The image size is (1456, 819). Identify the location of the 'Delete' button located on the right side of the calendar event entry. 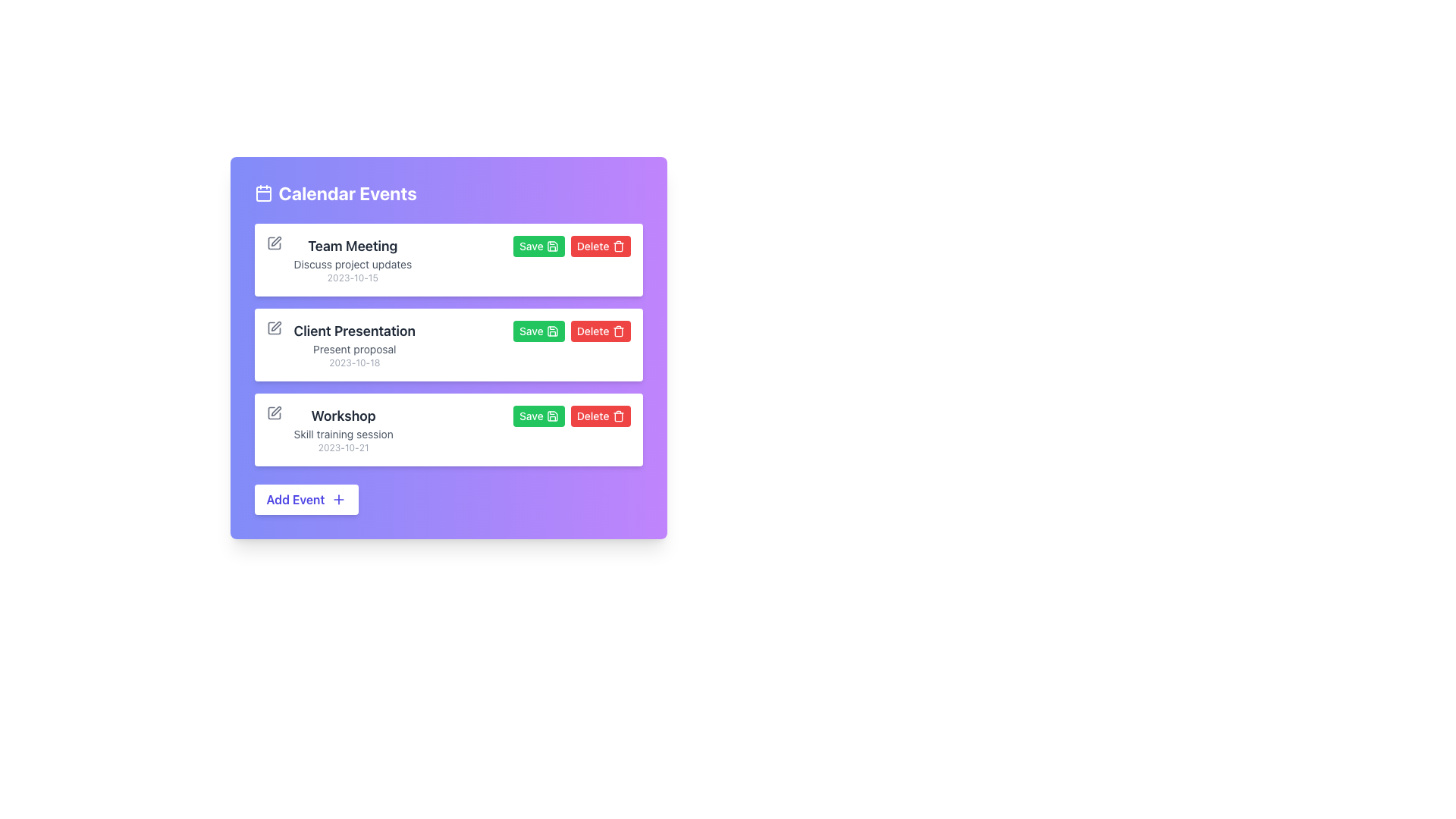
(600, 245).